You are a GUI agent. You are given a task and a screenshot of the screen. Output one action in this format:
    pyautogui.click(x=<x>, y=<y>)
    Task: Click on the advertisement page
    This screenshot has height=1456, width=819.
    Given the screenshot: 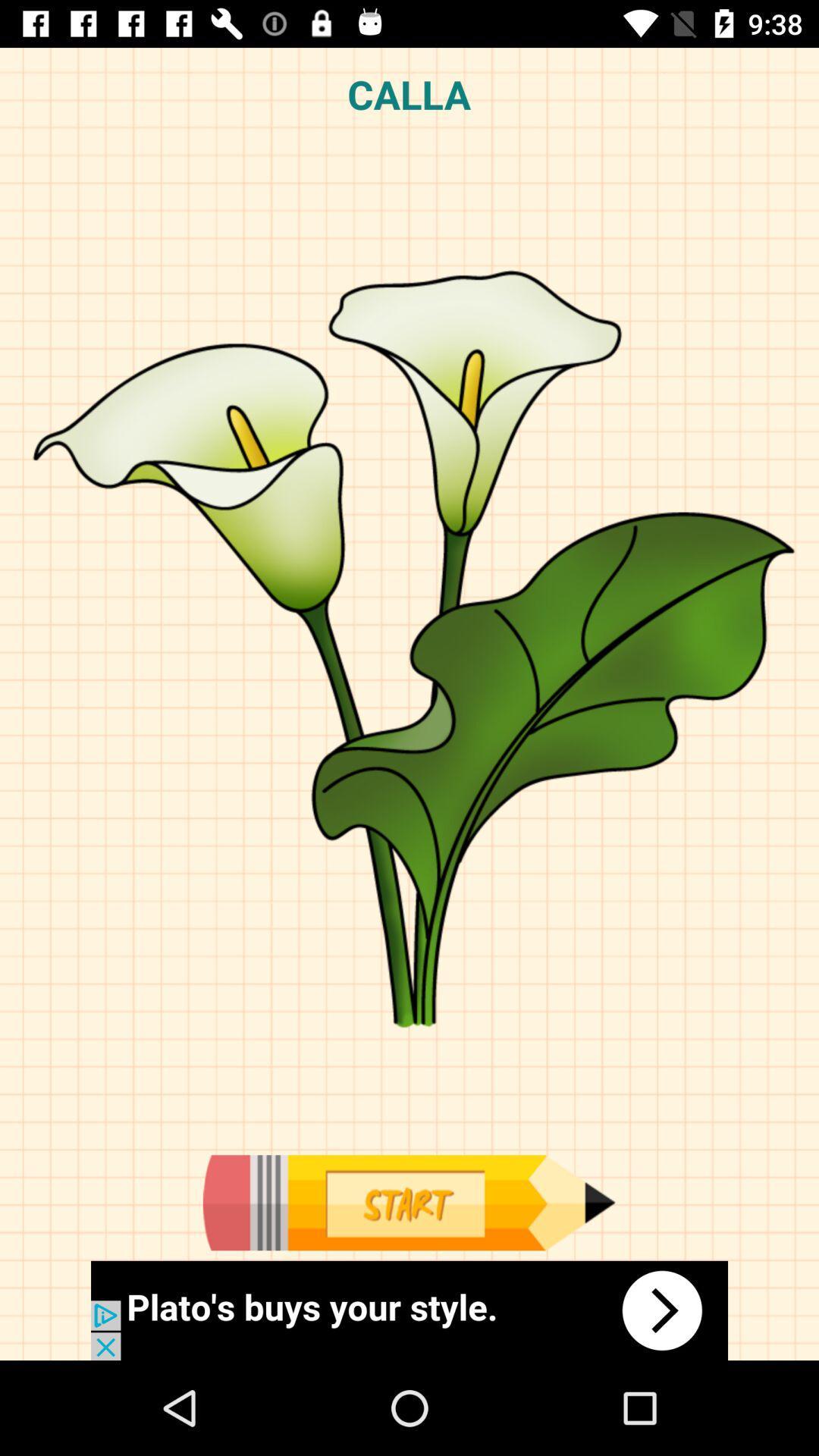 What is the action you would take?
    pyautogui.click(x=408, y=1202)
    